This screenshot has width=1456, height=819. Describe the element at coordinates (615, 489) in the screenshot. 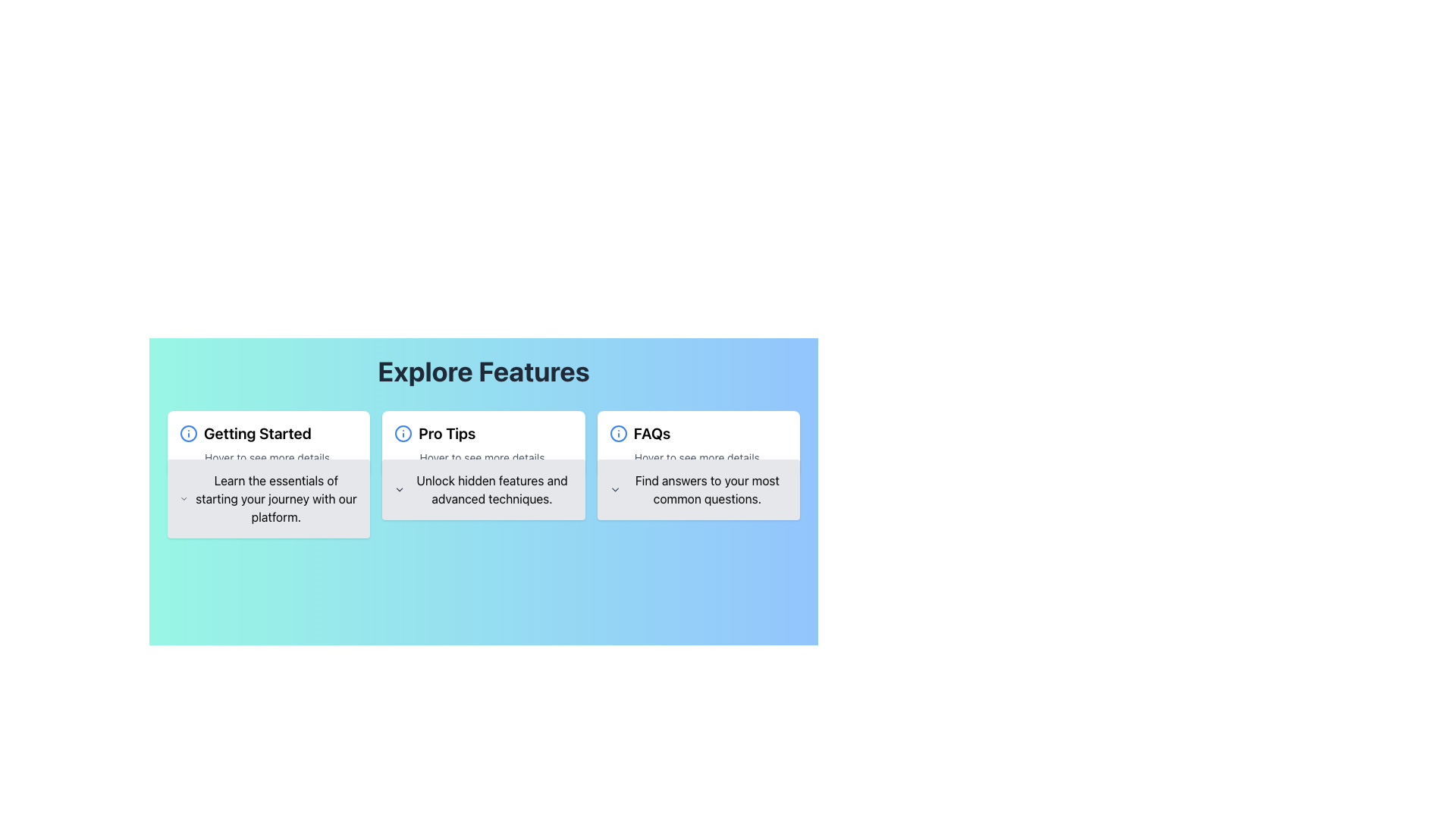

I see `the chevron icon located to the left of the descriptive text in the 'FAQs' card, which is the third card in the horizontal list under 'Explore Features'` at that location.